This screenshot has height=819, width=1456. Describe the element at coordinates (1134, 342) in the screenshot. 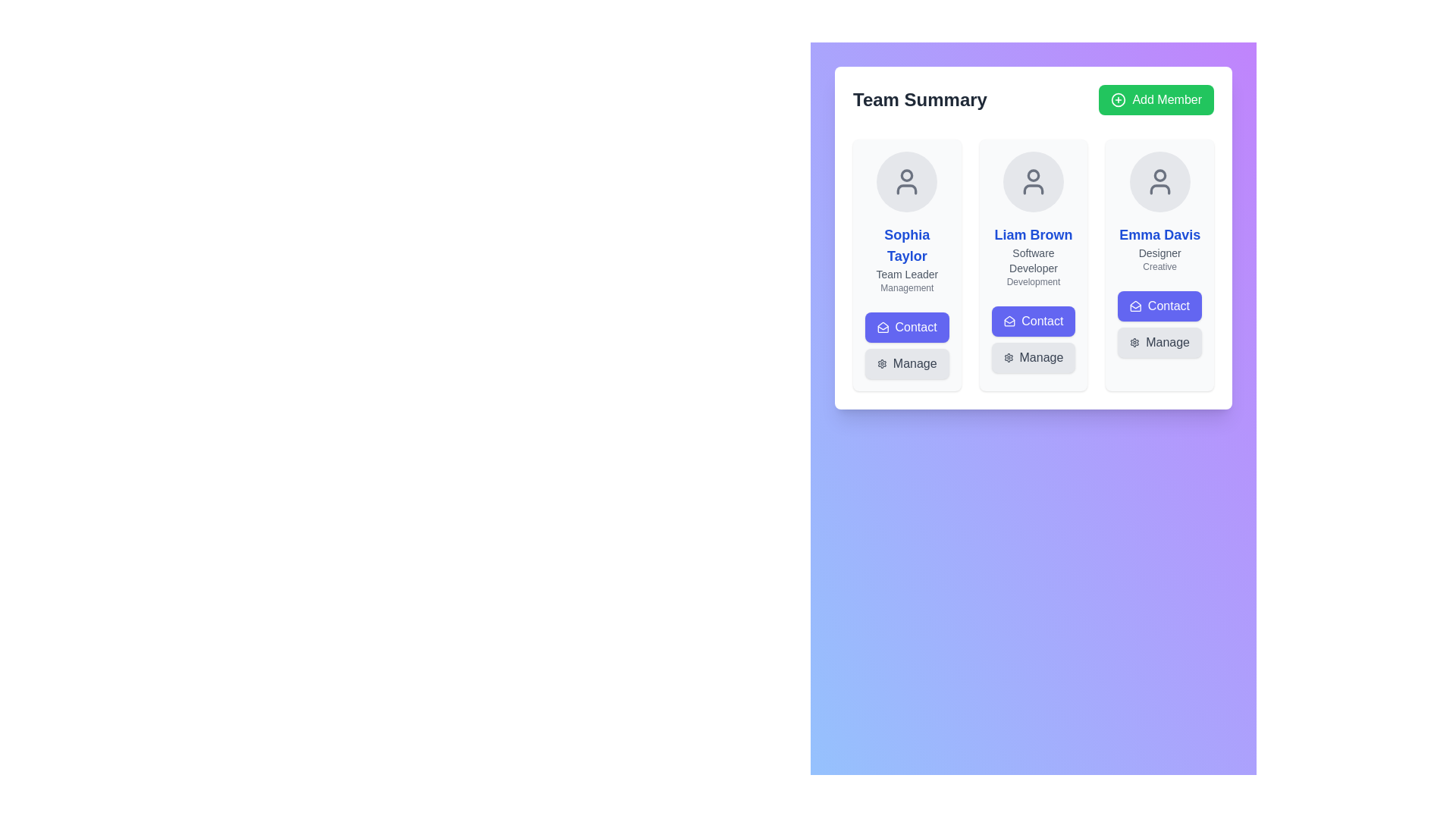

I see `the gear icon located within the 'Manage' button of the card labeled 'Emma Davis'` at that location.